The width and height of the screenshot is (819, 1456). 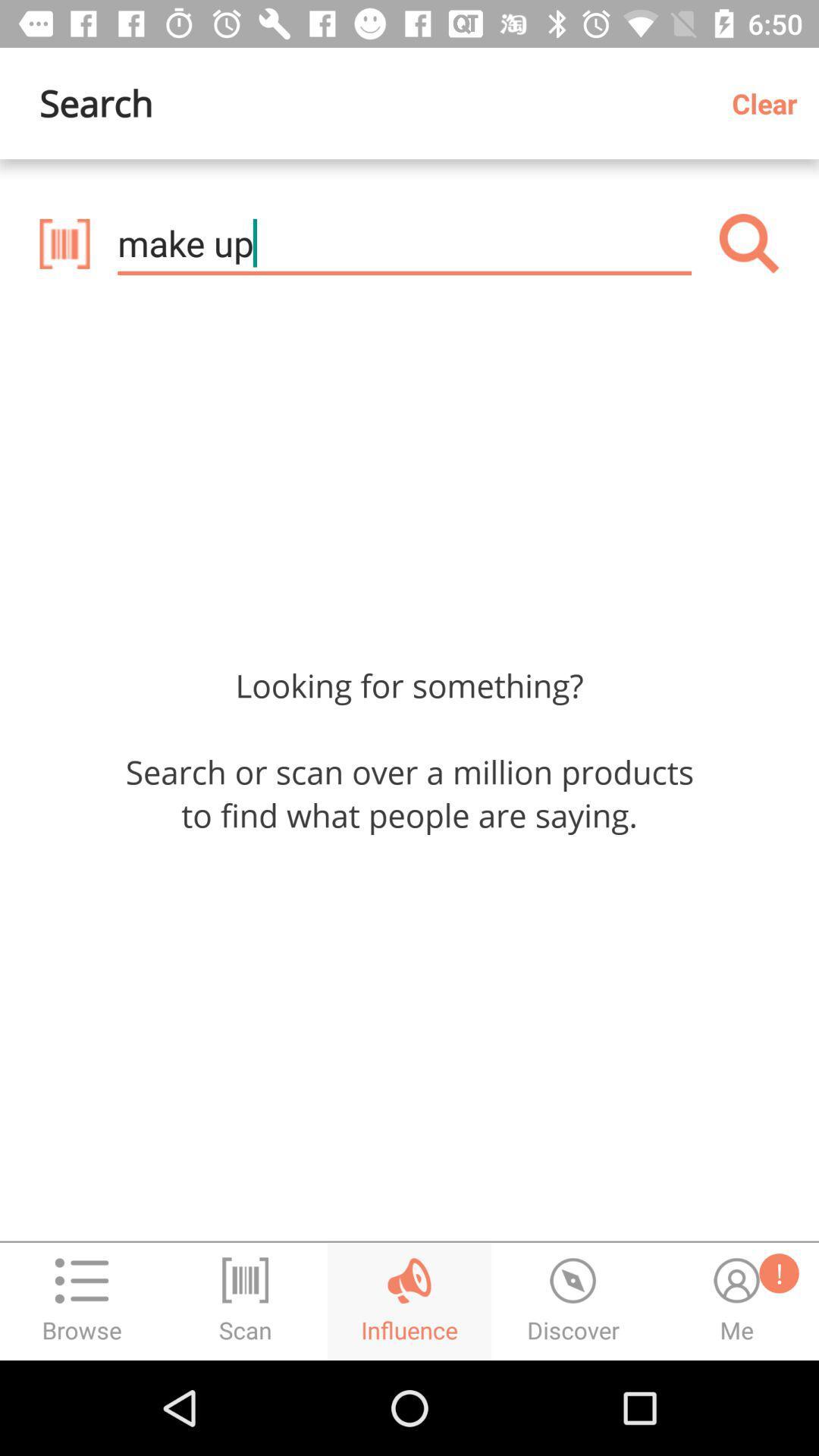 What do you see at coordinates (748, 243) in the screenshot?
I see `search` at bounding box center [748, 243].